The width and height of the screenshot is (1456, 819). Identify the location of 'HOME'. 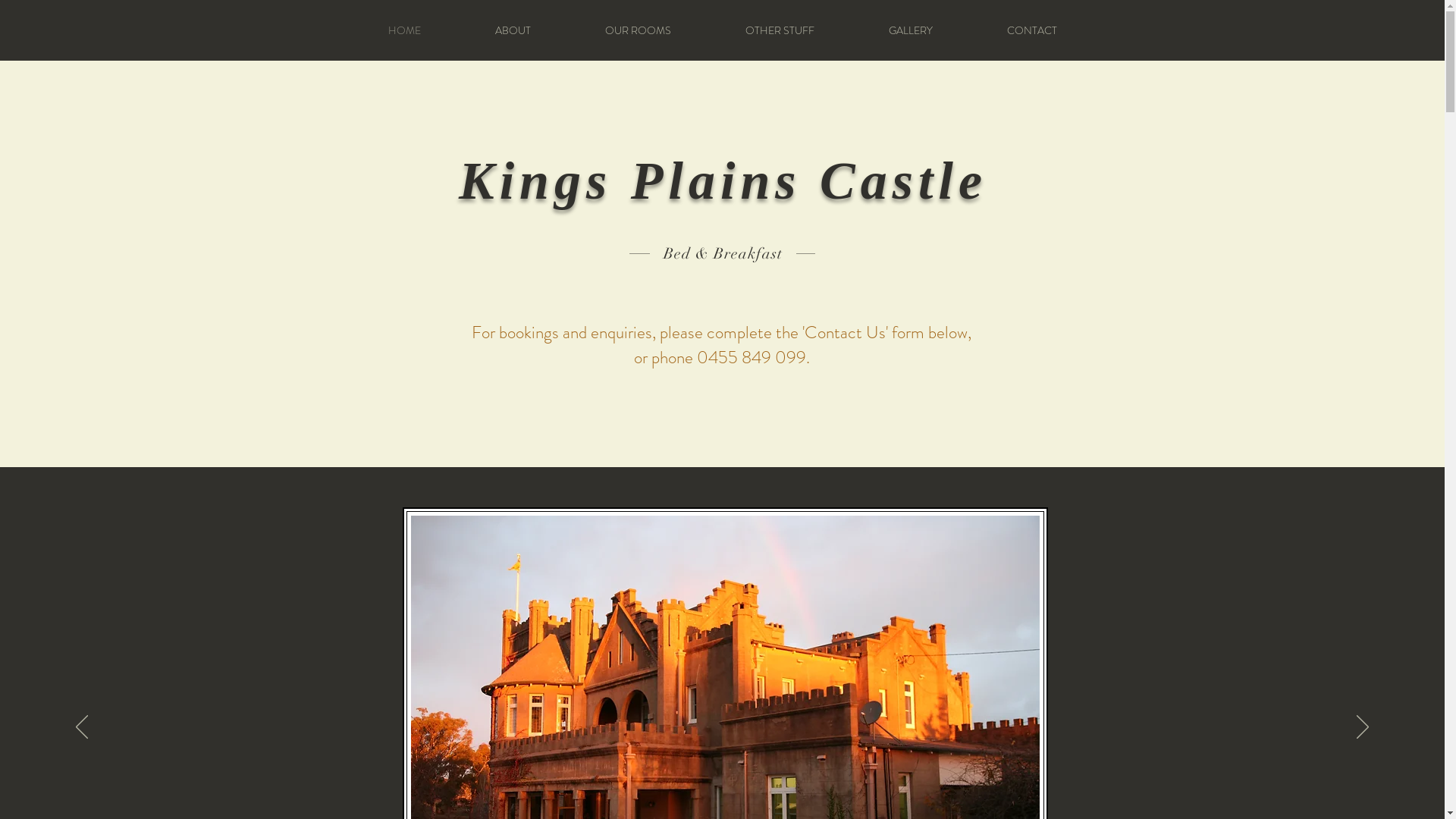
(403, 30).